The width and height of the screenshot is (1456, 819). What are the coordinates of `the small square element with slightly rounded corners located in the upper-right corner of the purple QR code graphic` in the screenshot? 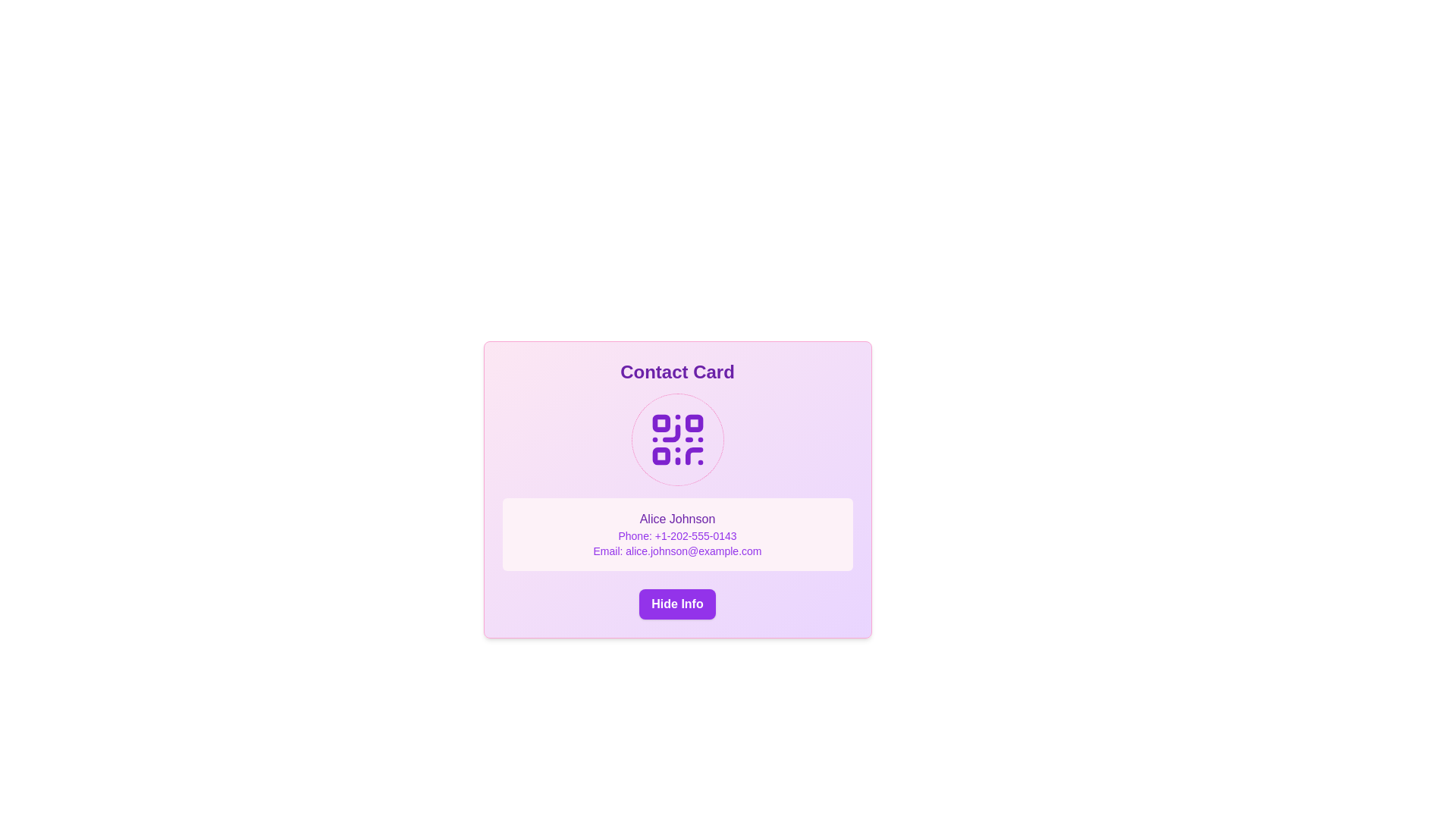 It's located at (693, 423).